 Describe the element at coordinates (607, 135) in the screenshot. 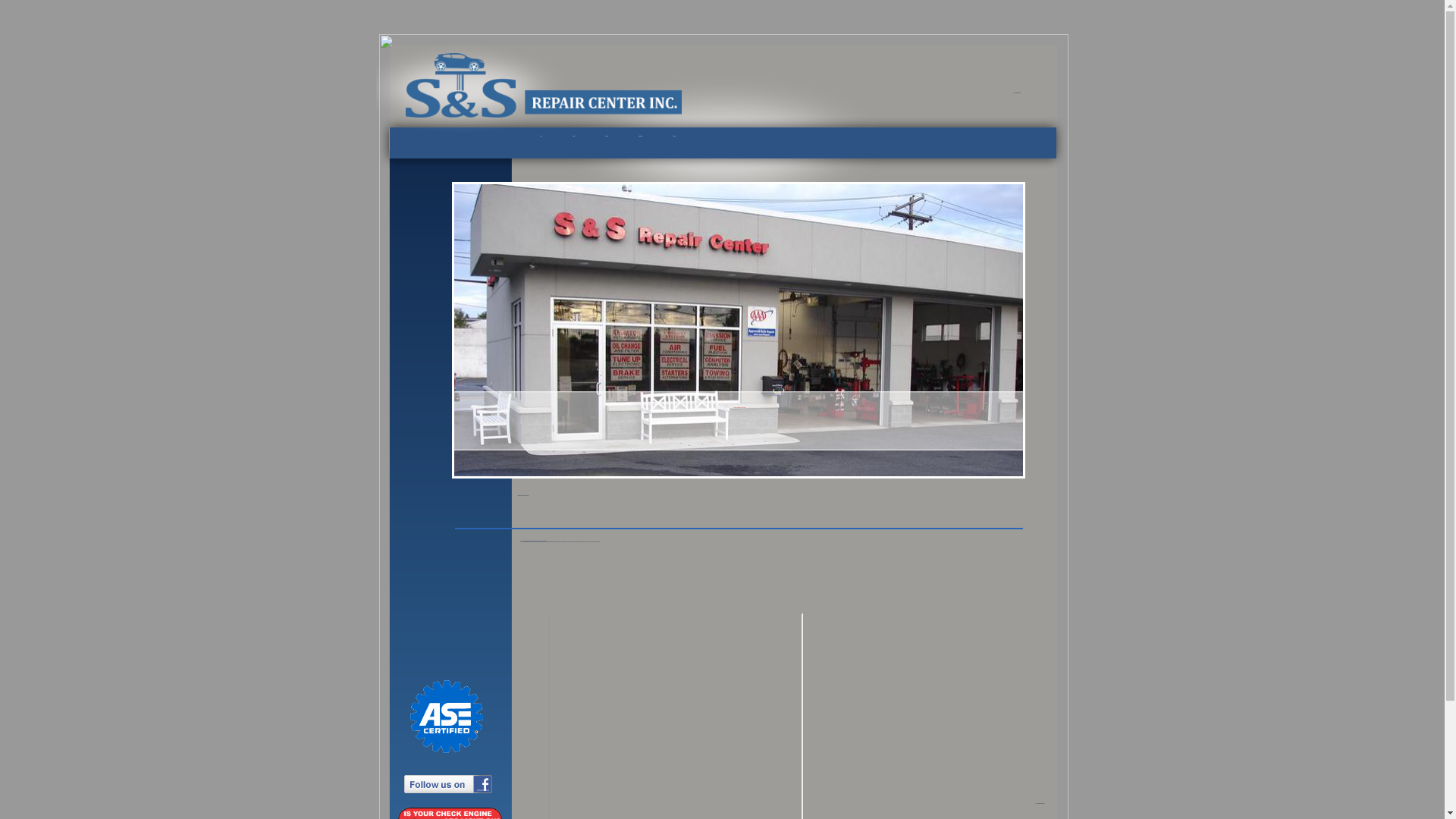

I see `'Coupons'` at that location.